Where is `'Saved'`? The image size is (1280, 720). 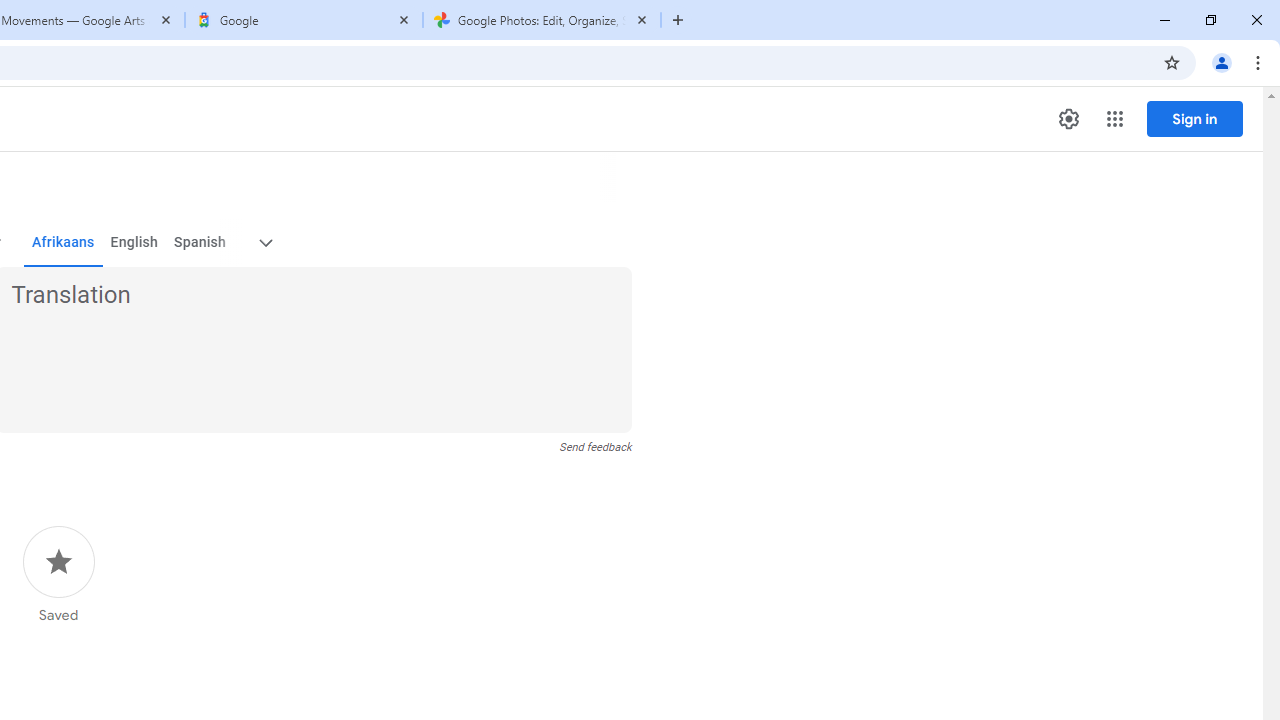
'Saved' is located at coordinates (58, 575).